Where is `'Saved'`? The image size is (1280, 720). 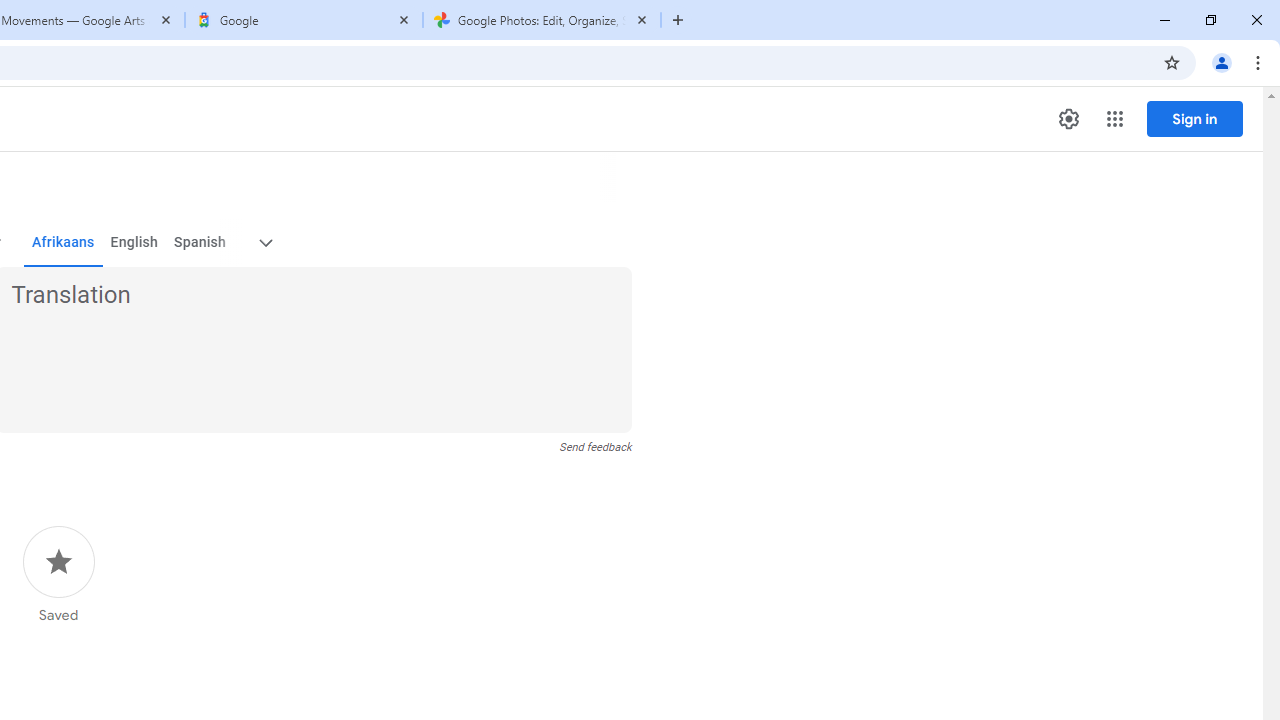
'Saved' is located at coordinates (58, 575).